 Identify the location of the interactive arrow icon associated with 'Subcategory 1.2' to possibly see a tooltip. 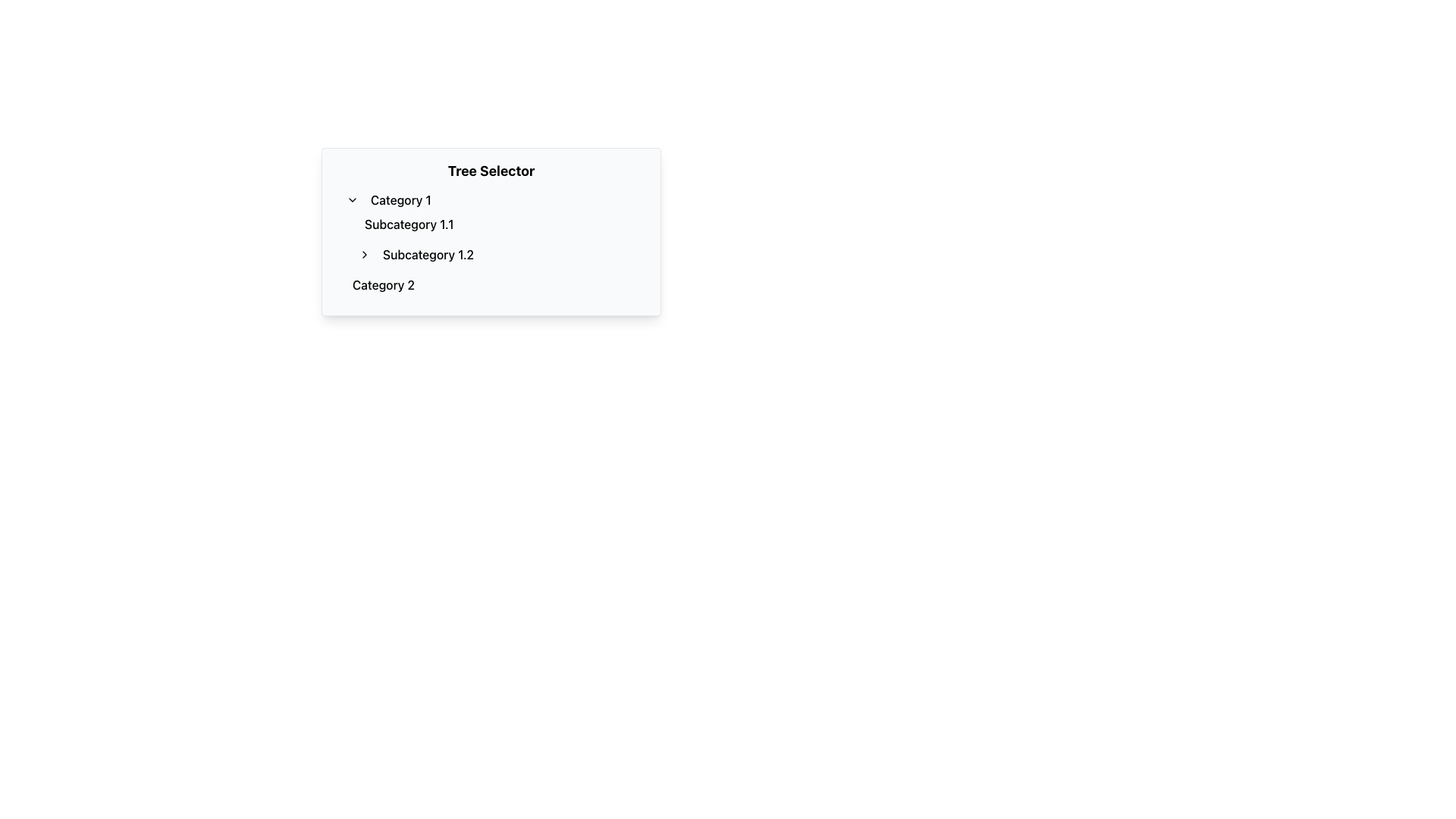
(364, 253).